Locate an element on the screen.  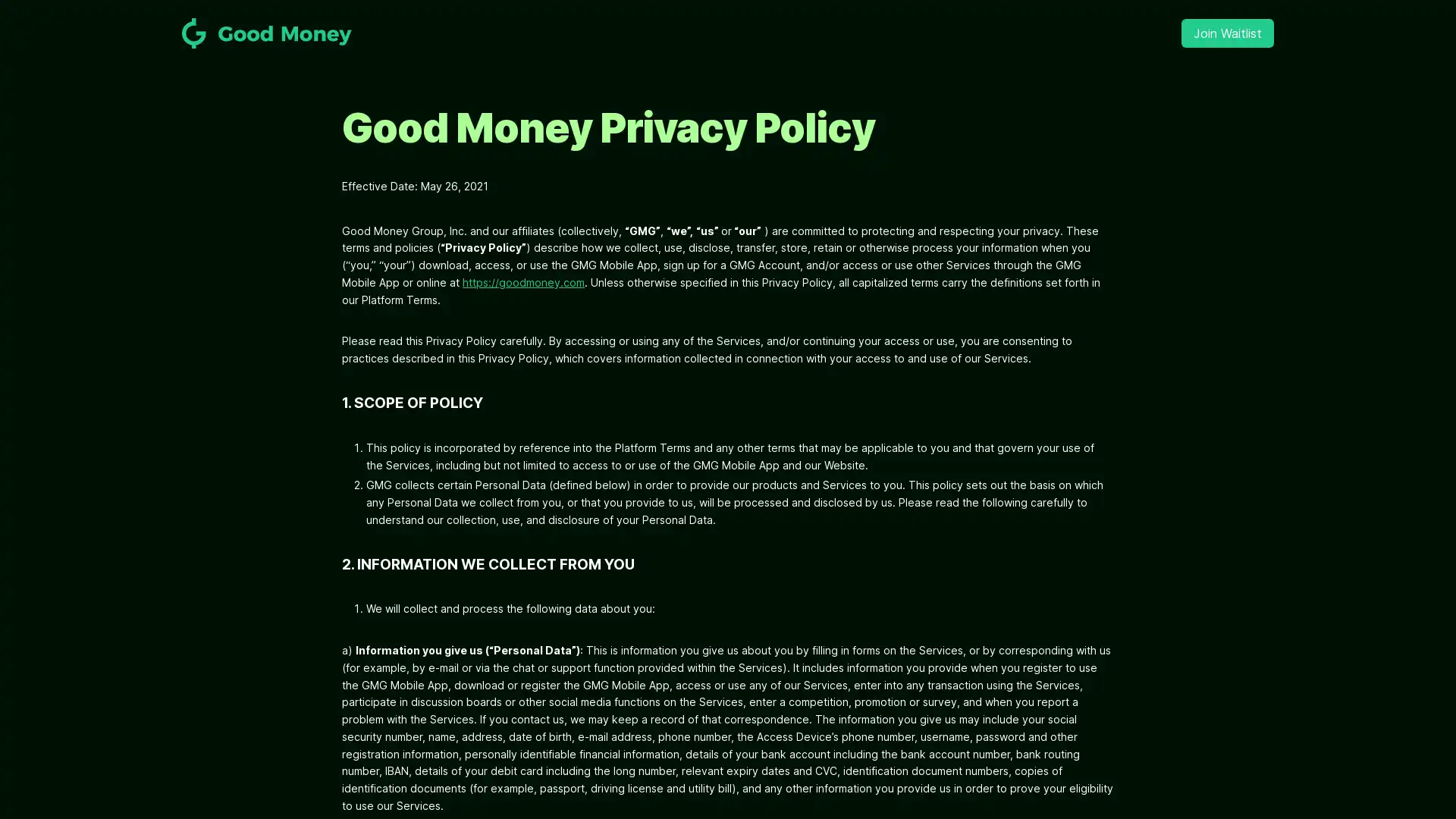
Get Started is located at coordinates (728, 463).